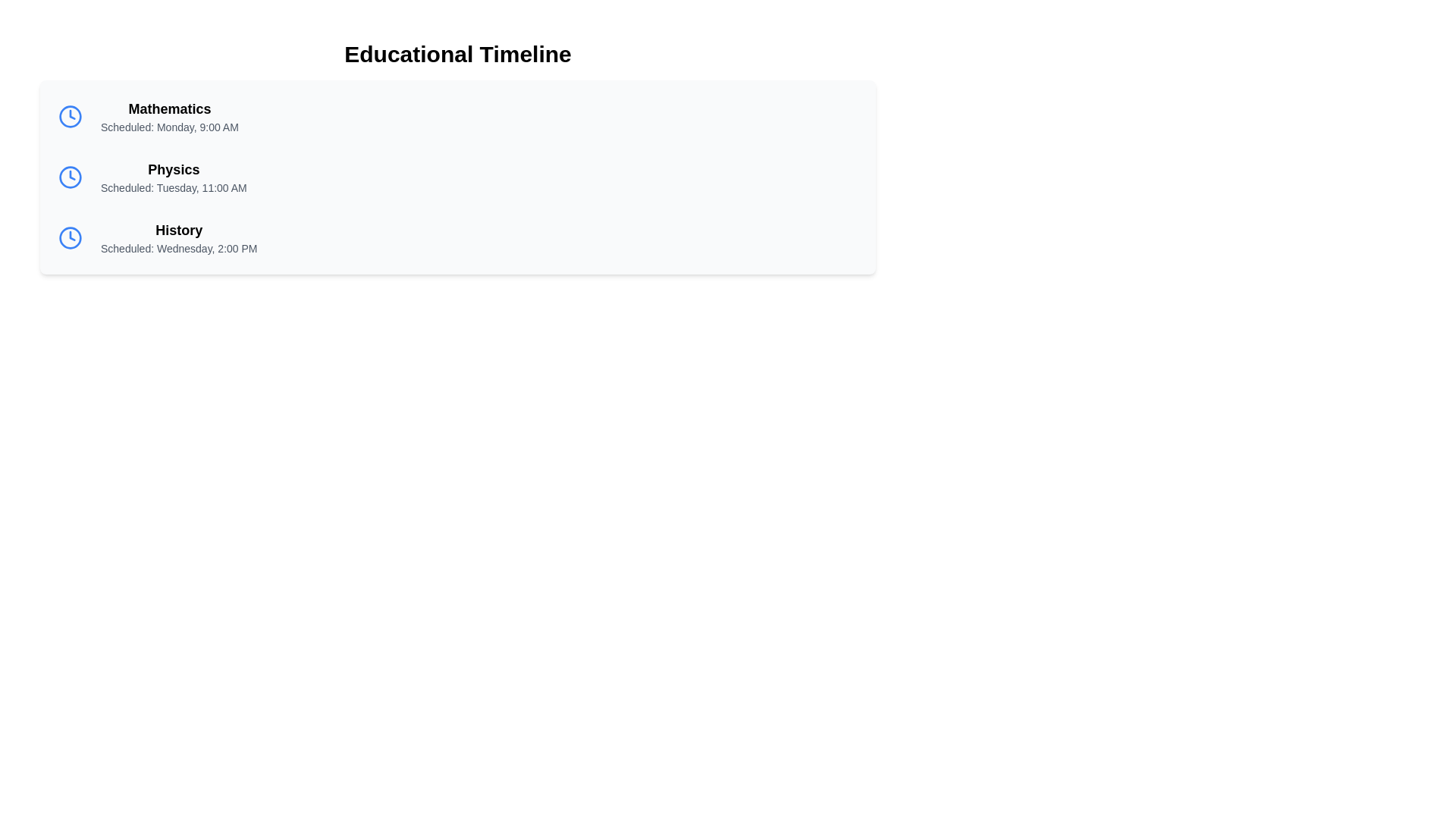 The height and width of the screenshot is (819, 1456). What do you see at coordinates (69, 177) in the screenshot?
I see `the associated information of the clock icon, which is located in the second row of the timeline next to the 'Physics' text entry` at bounding box center [69, 177].